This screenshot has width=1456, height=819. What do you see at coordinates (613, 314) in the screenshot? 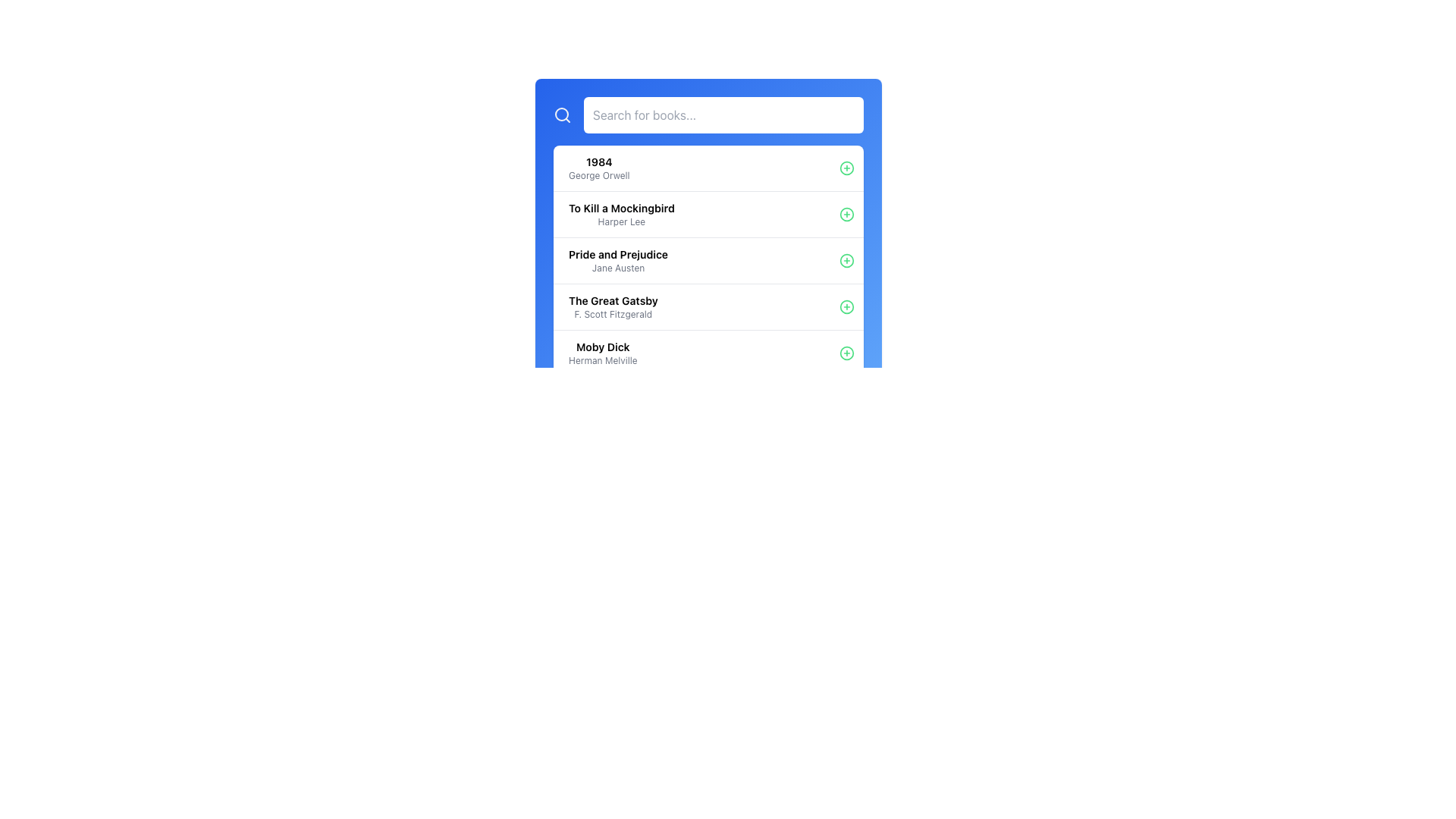
I see `the text label displaying 'F. Scott Fitzgerald', which is located below the title 'The Great Gatsby' in a list-style layout` at bounding box center [613, 314].